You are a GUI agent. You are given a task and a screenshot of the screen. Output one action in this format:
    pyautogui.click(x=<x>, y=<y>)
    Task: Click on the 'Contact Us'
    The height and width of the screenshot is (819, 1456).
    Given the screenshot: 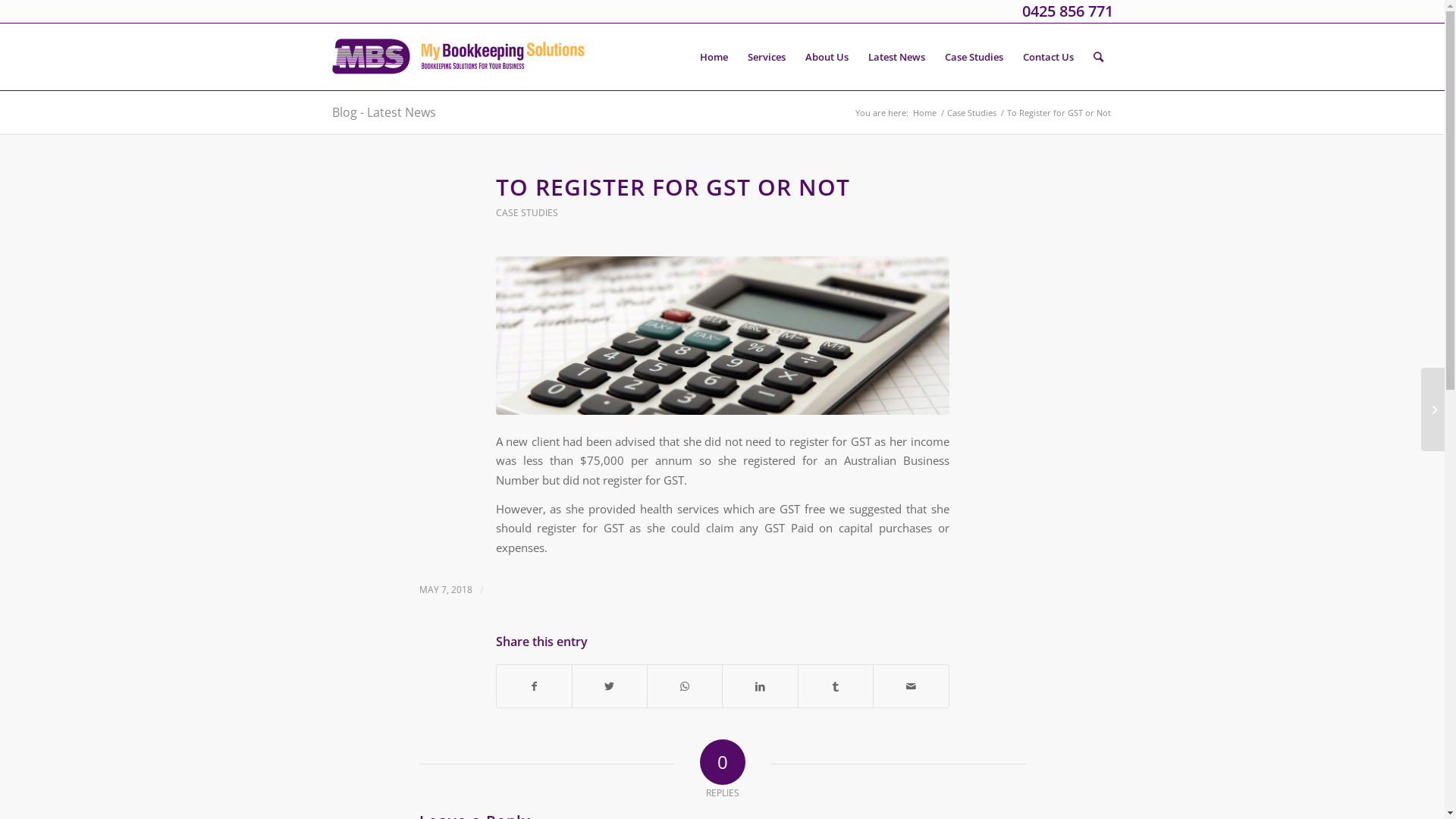 What is the action you would take?
    pyautogui.click(x=1047, y=55)
    